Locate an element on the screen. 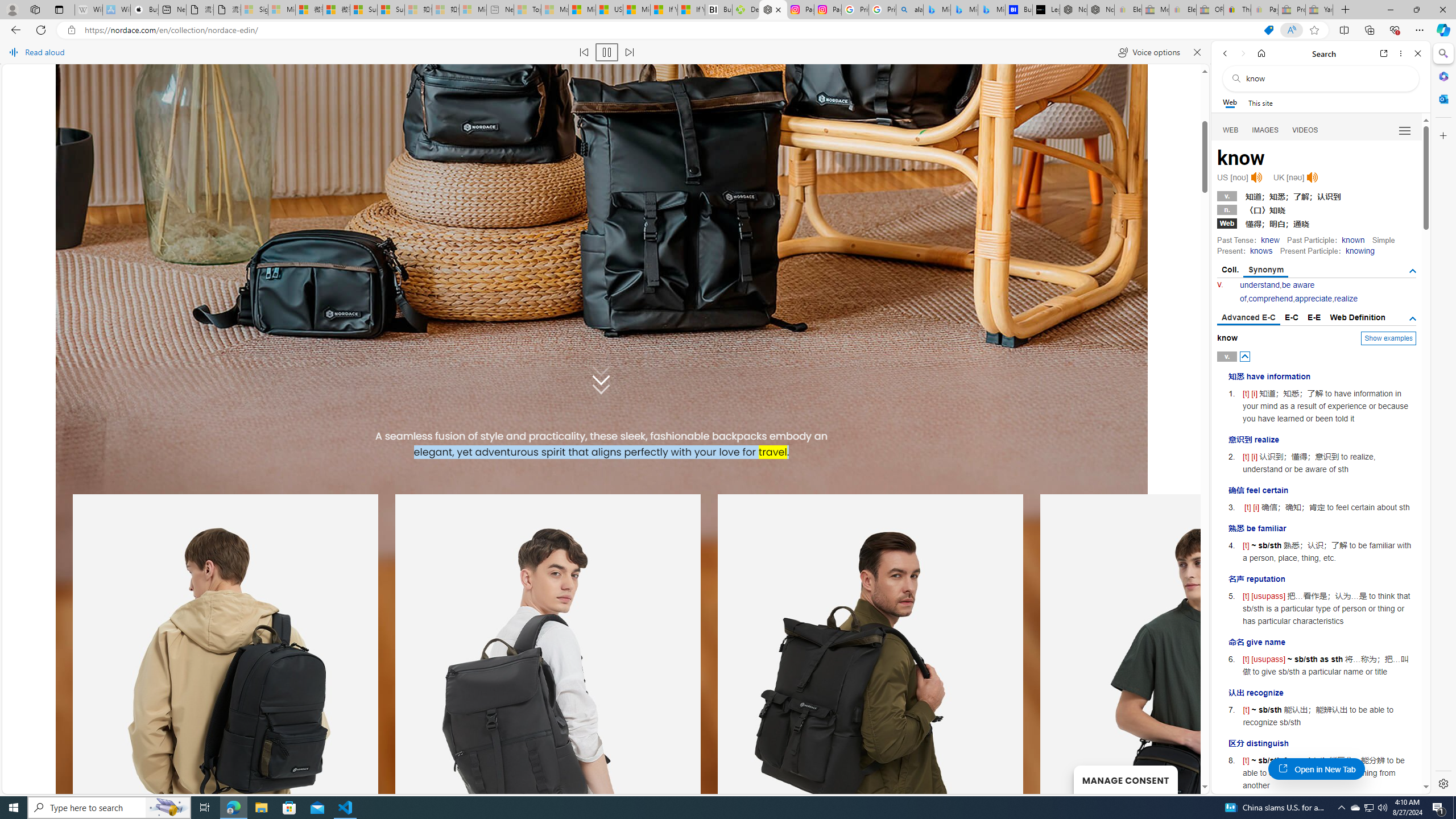 Image resolution: width=1456 pixels, height=819 pixels. 'knowing' is located at coordinates (1359, 250).